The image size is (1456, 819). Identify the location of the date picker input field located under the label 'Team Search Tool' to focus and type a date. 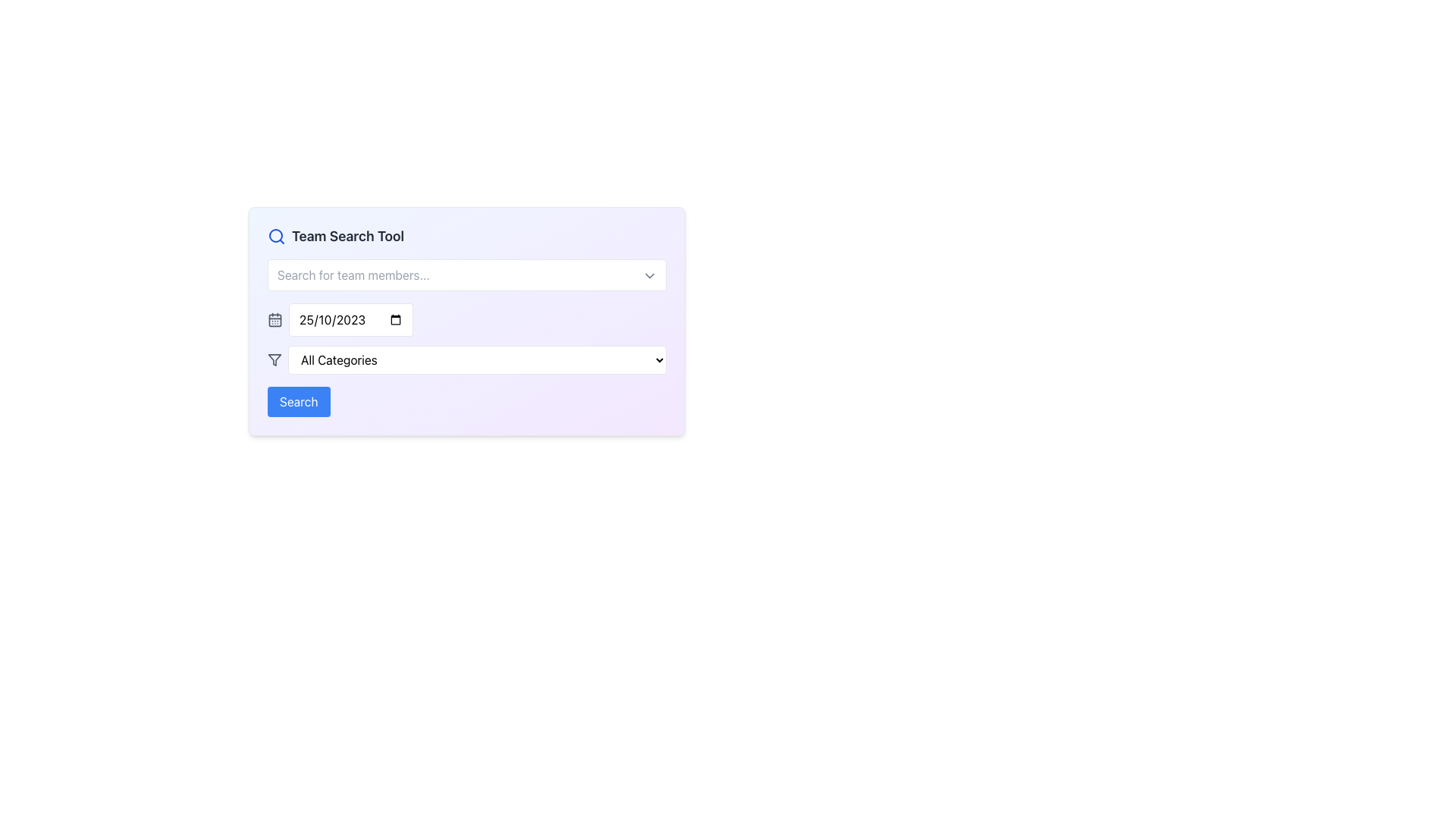
(350, 318).